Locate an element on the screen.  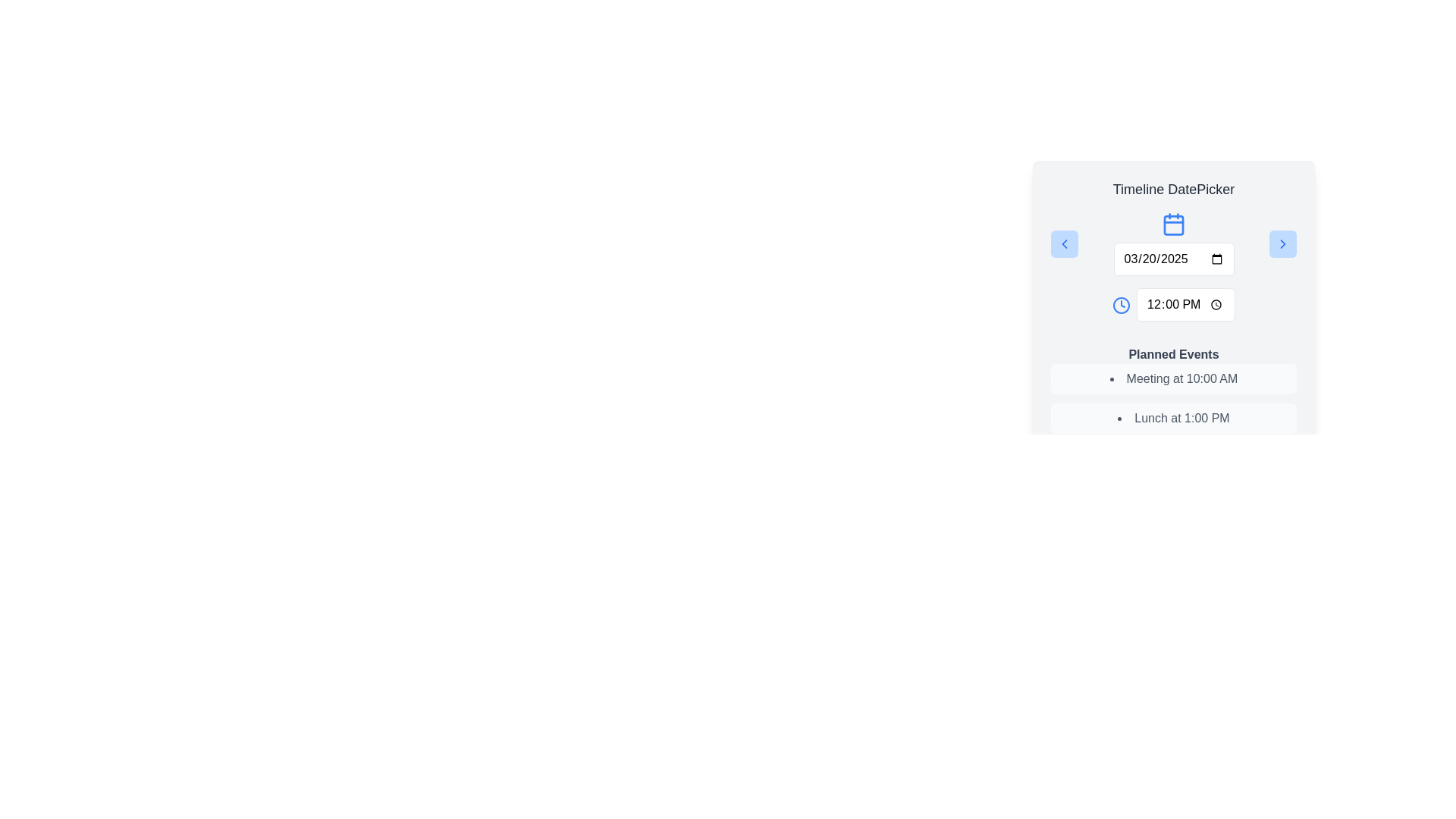
the static text displaying the details of the scheduled meeting at 10:00 AM, which is the first item in the vertical list of planned events below the 'Planned Events' heading is located at coordinates (1173, 378).